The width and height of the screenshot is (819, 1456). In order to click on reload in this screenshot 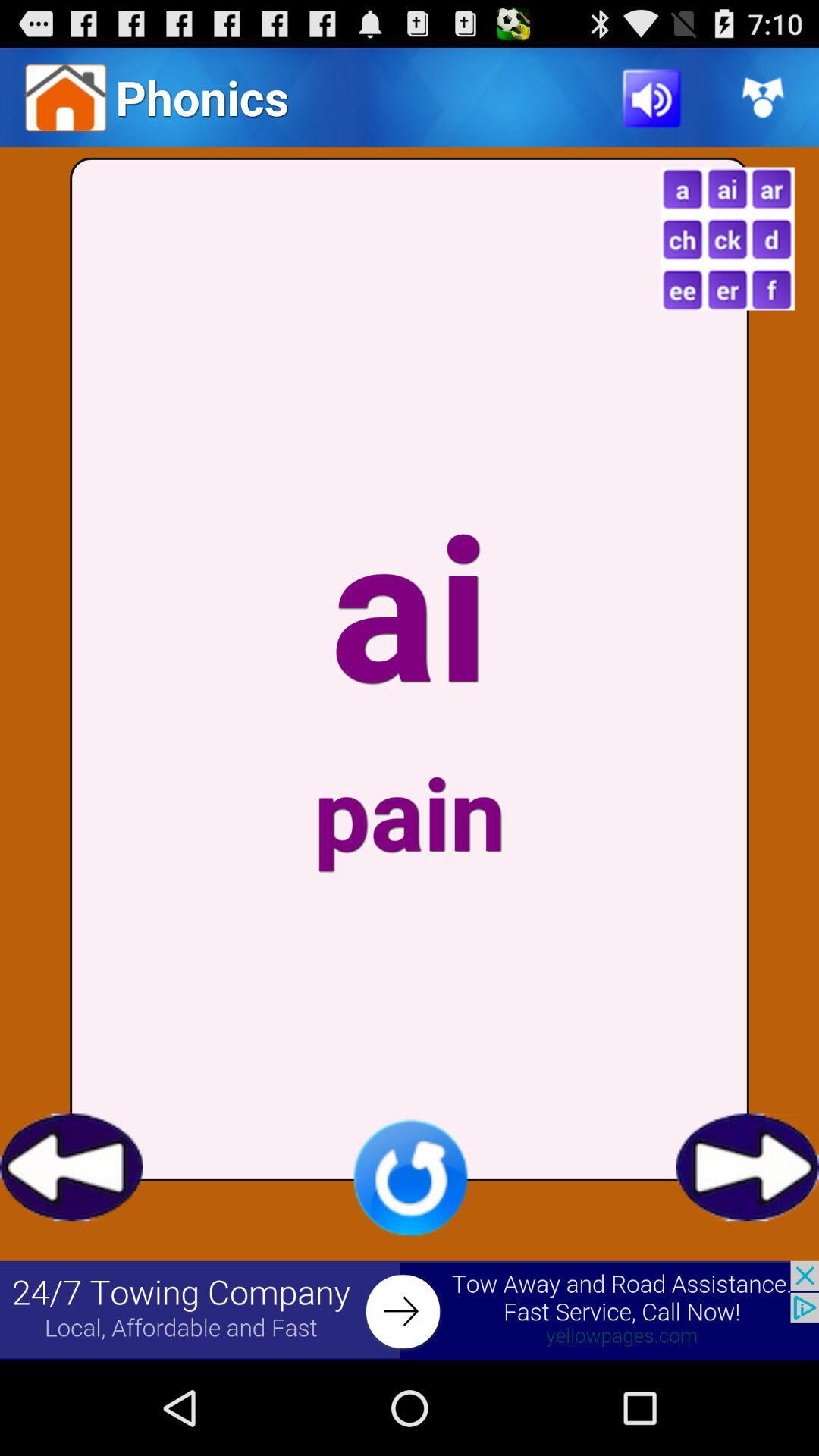, I will do `click(409, 1176)`.